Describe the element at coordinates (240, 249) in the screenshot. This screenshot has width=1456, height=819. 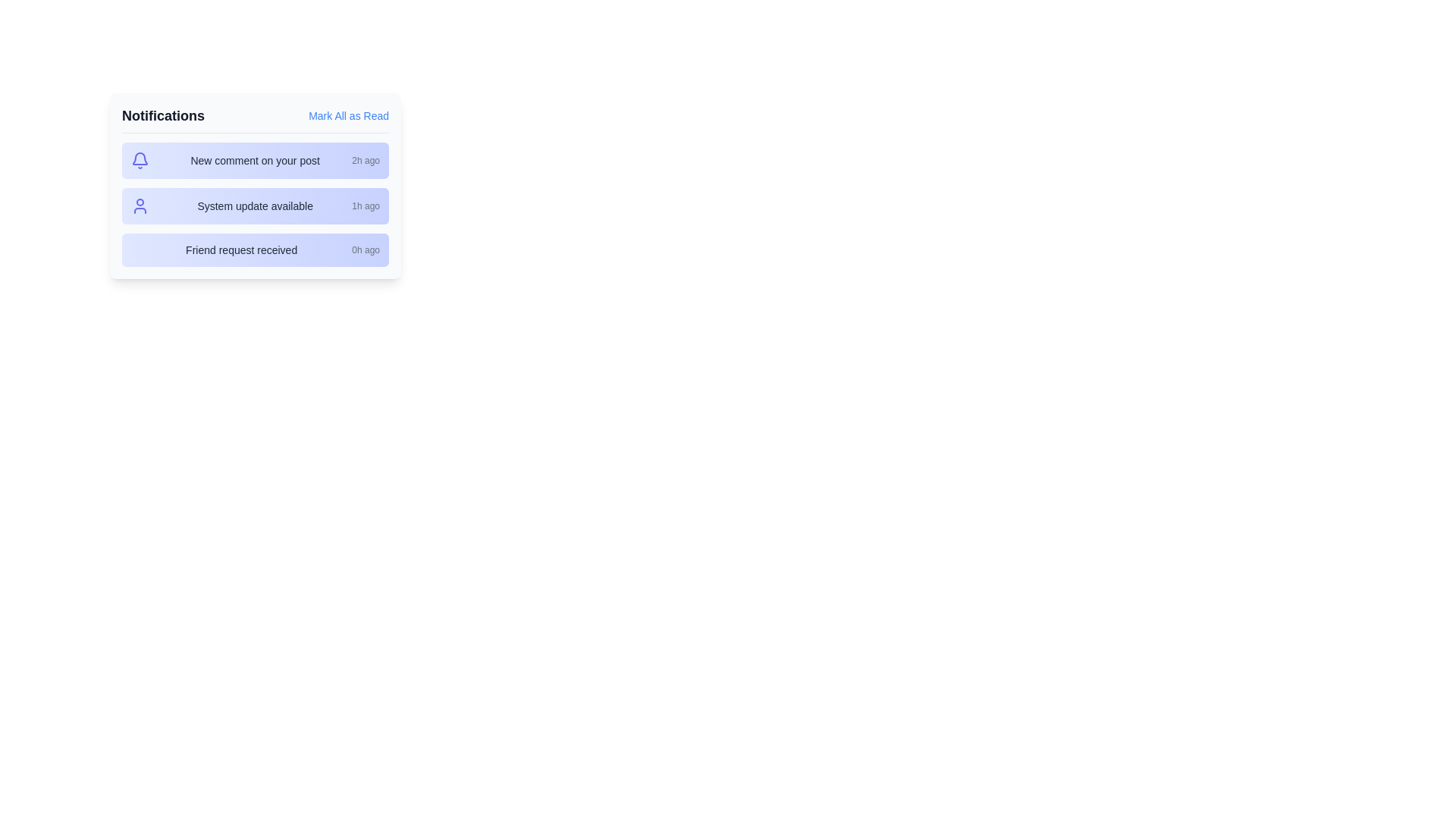
I see `text element displaying 'Friend request received', which is styled in gray, bold font and is aligned within a highlighted background area, located in the third position of the notification list` at that location.